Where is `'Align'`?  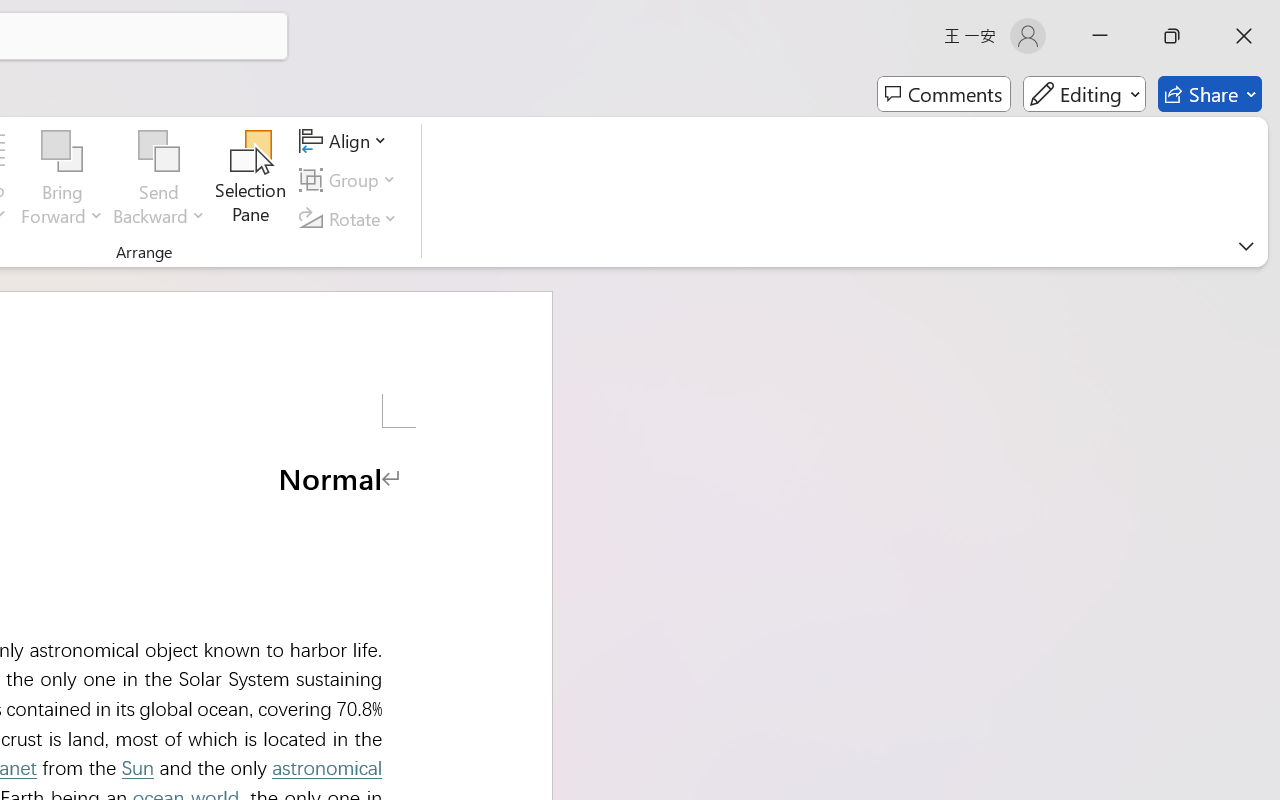 'Align' is located at coordinates (346, 141).